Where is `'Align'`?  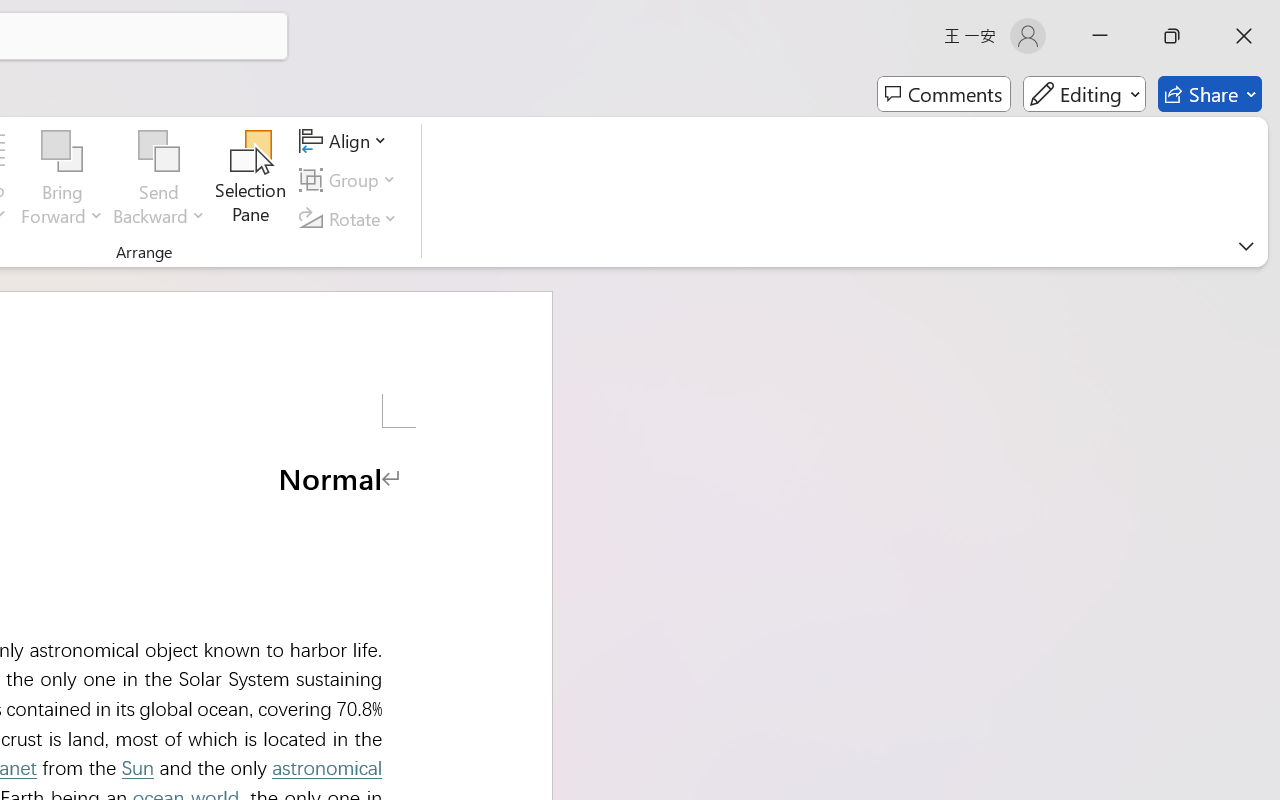 'Align' is located at coordinates (346, 141).